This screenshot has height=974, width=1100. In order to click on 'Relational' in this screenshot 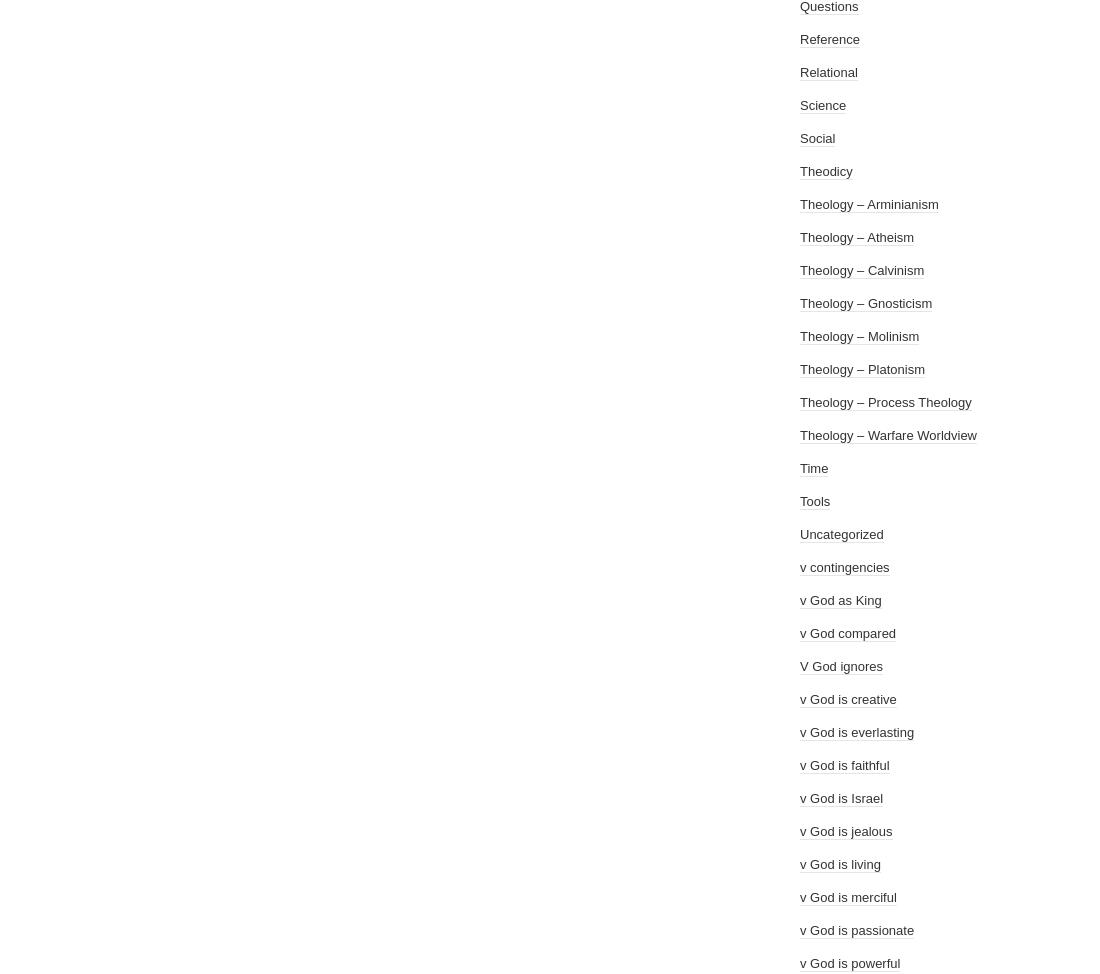, I will do `click(800, 72)`.